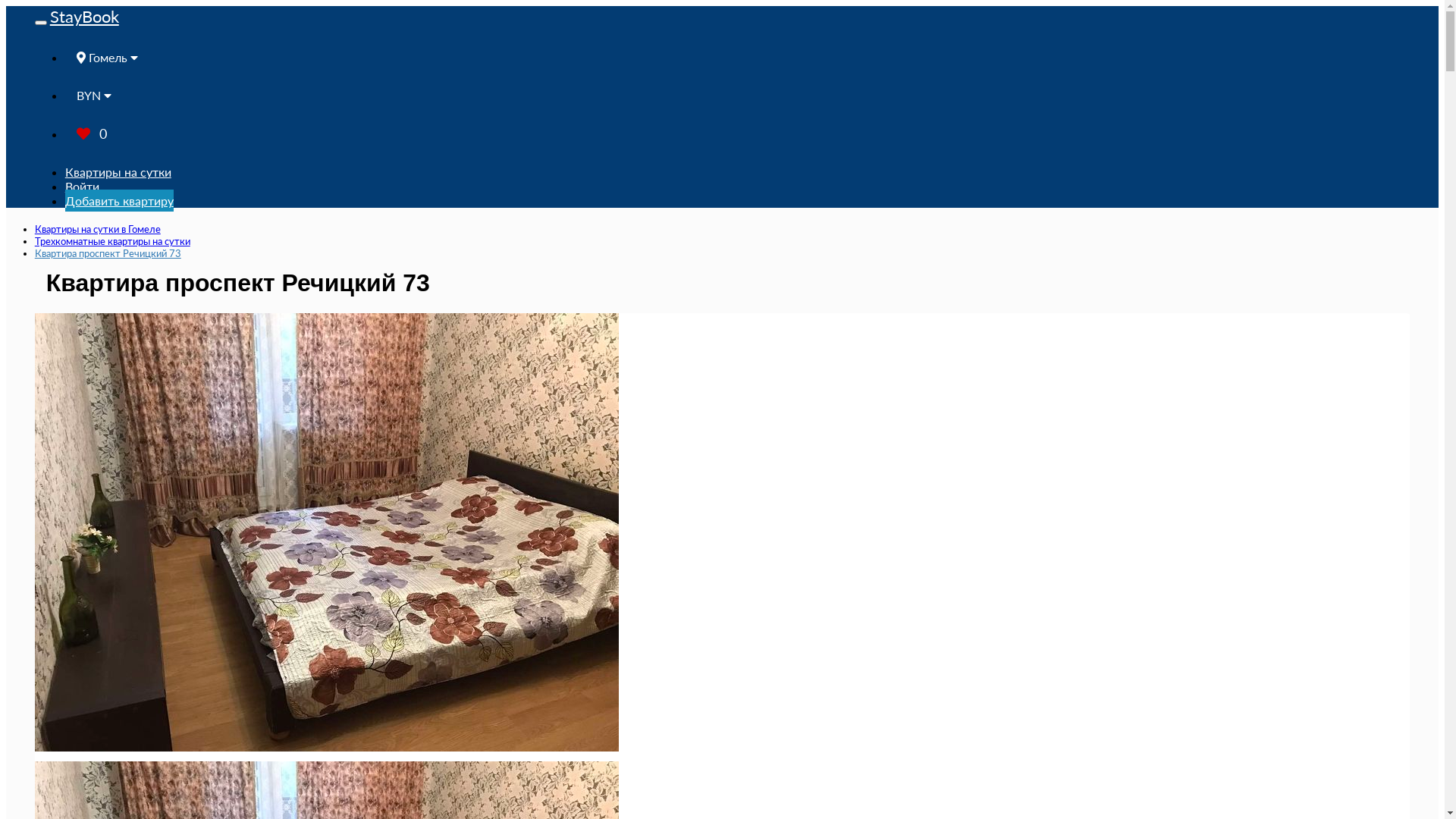 The image size is (1456, 819). I want to click on 'StayBook', so click(83, 16).